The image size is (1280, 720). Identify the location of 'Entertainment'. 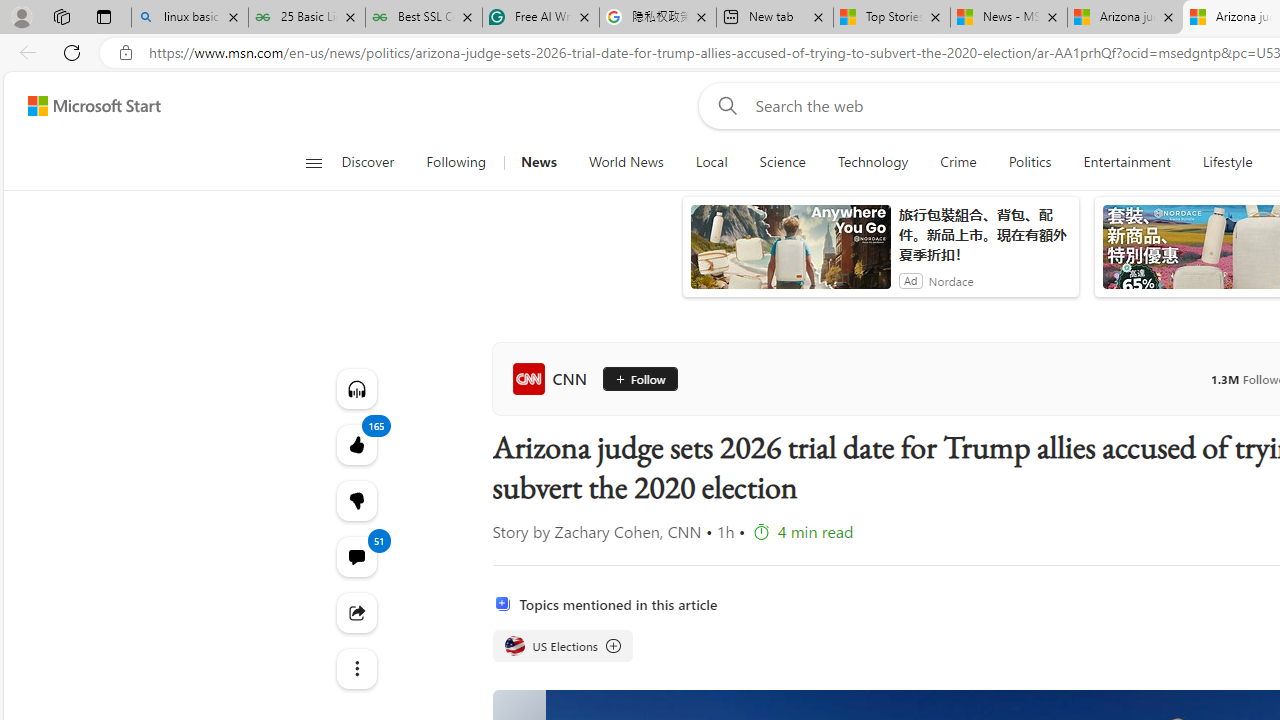
(1127, 162).